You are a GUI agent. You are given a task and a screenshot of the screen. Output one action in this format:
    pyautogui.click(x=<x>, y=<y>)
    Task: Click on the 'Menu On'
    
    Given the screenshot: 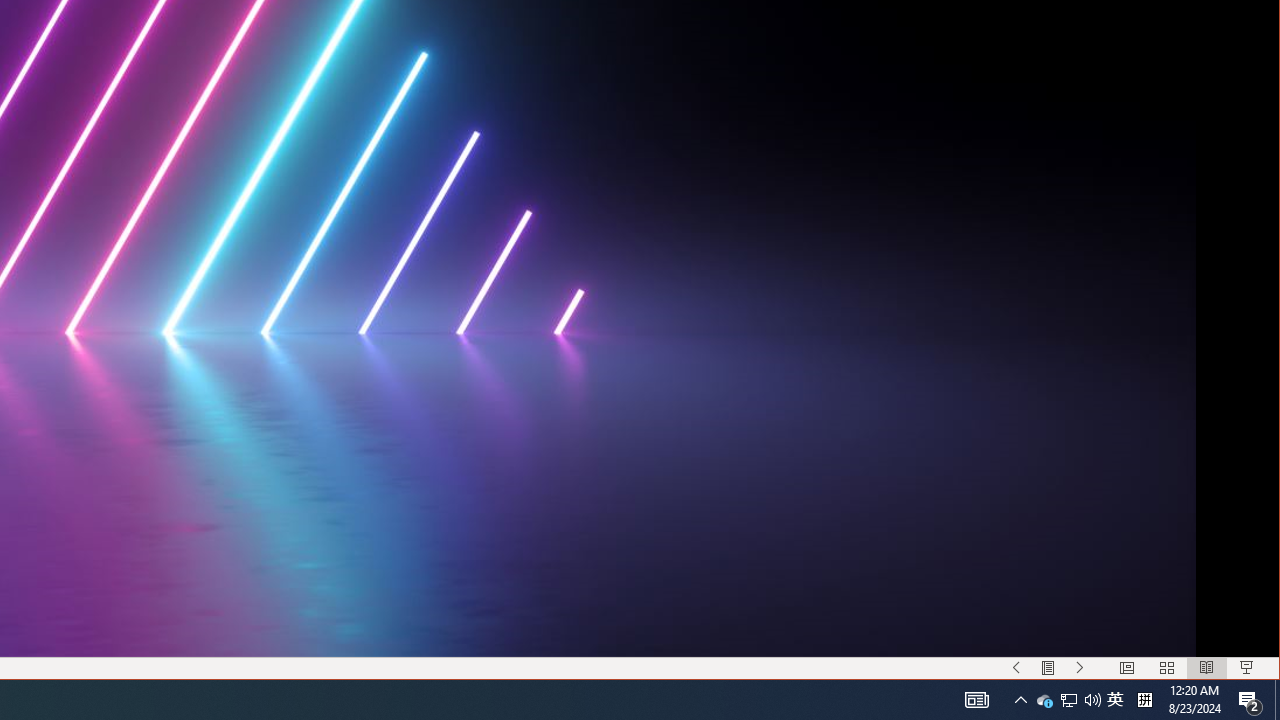 What is the action you would take?
    pyautogui.click(x=1047, y=668)
    